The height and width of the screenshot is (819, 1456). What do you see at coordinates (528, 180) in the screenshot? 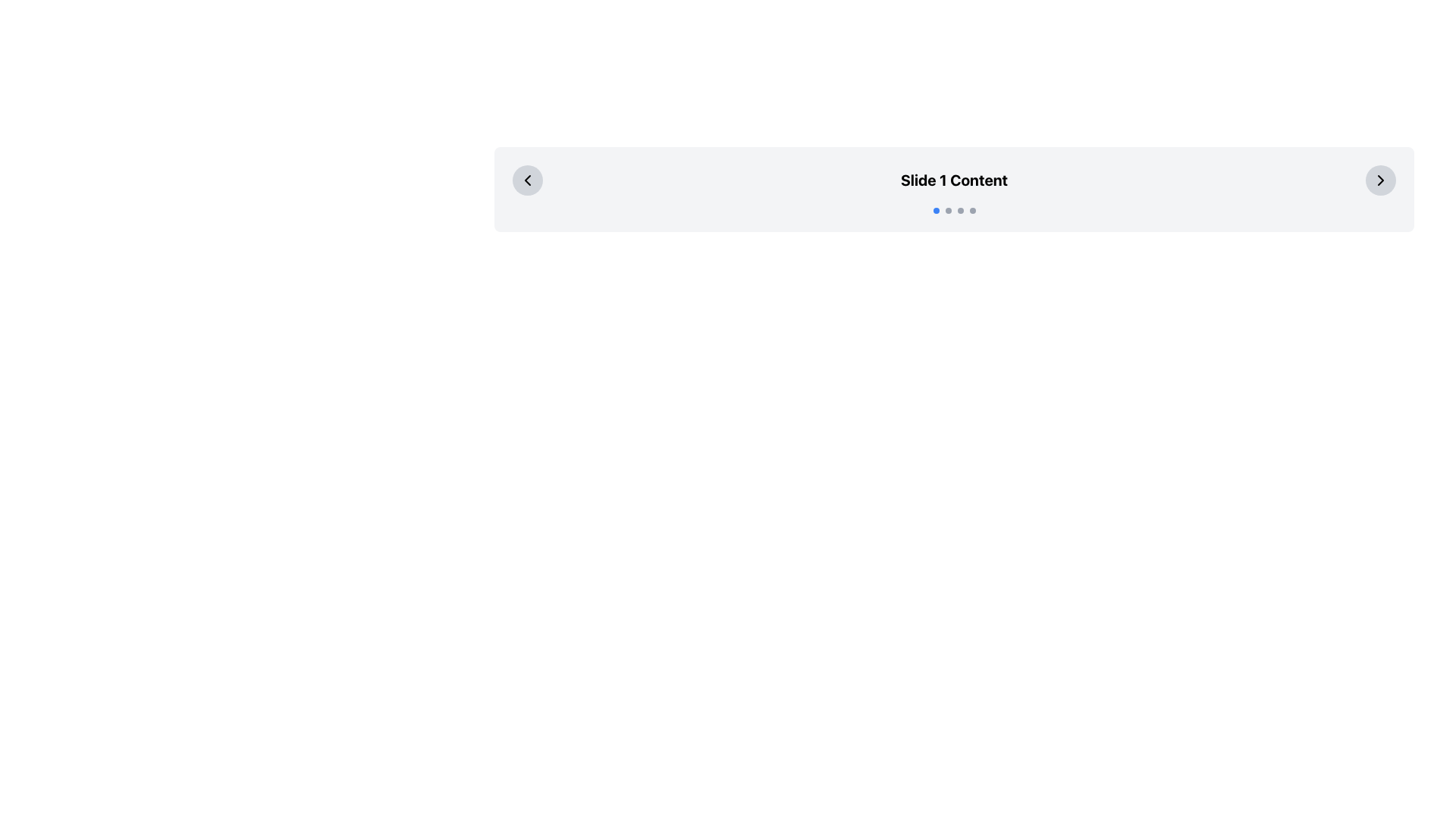
I see `the circular button containing the left-facing chevron icon outlined in black, located at the far left of the carousel header` at bounding box center [528, 180].